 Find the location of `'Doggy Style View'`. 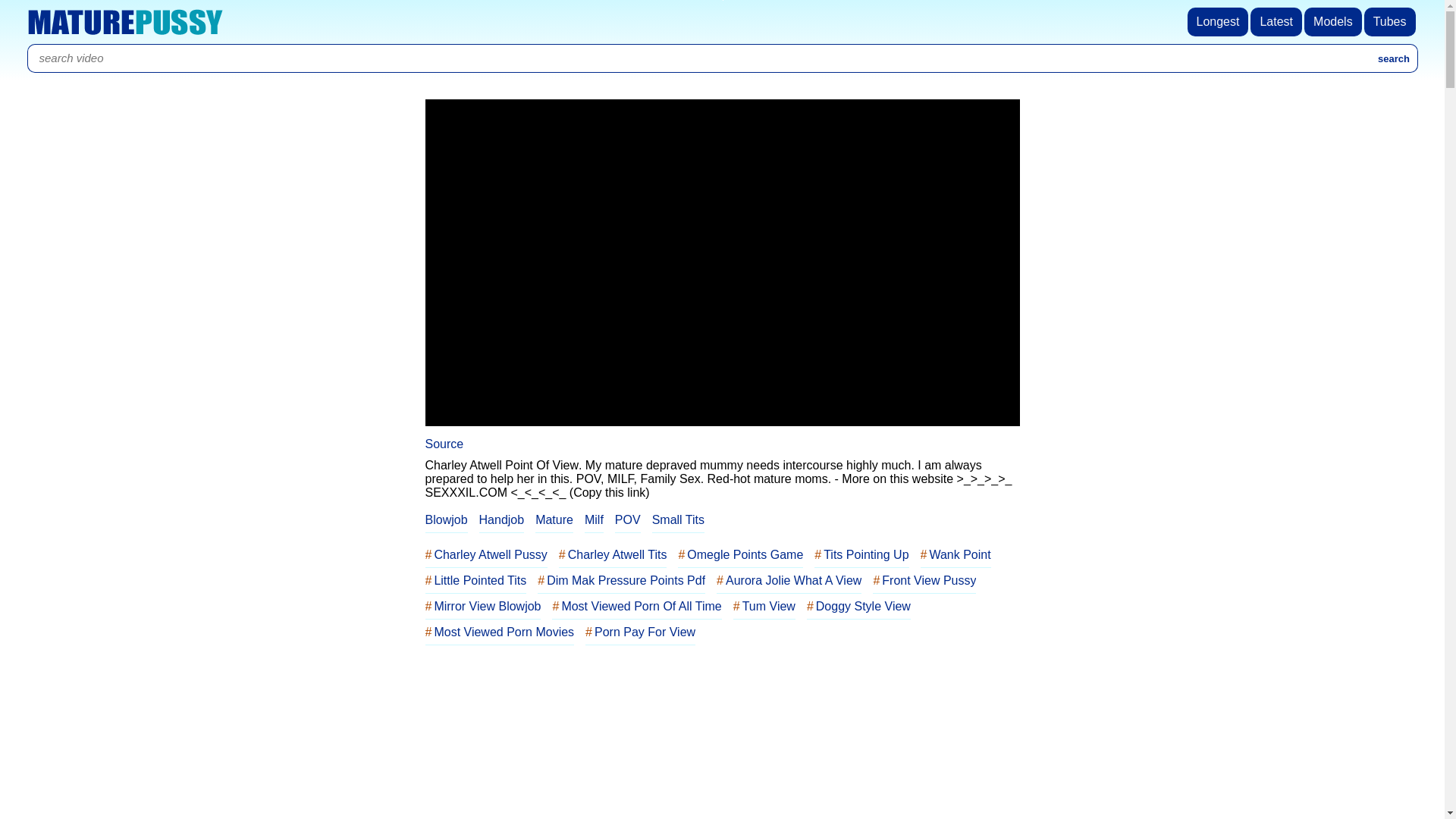

'Doggy Style View' is located at coordinates (858, 605).